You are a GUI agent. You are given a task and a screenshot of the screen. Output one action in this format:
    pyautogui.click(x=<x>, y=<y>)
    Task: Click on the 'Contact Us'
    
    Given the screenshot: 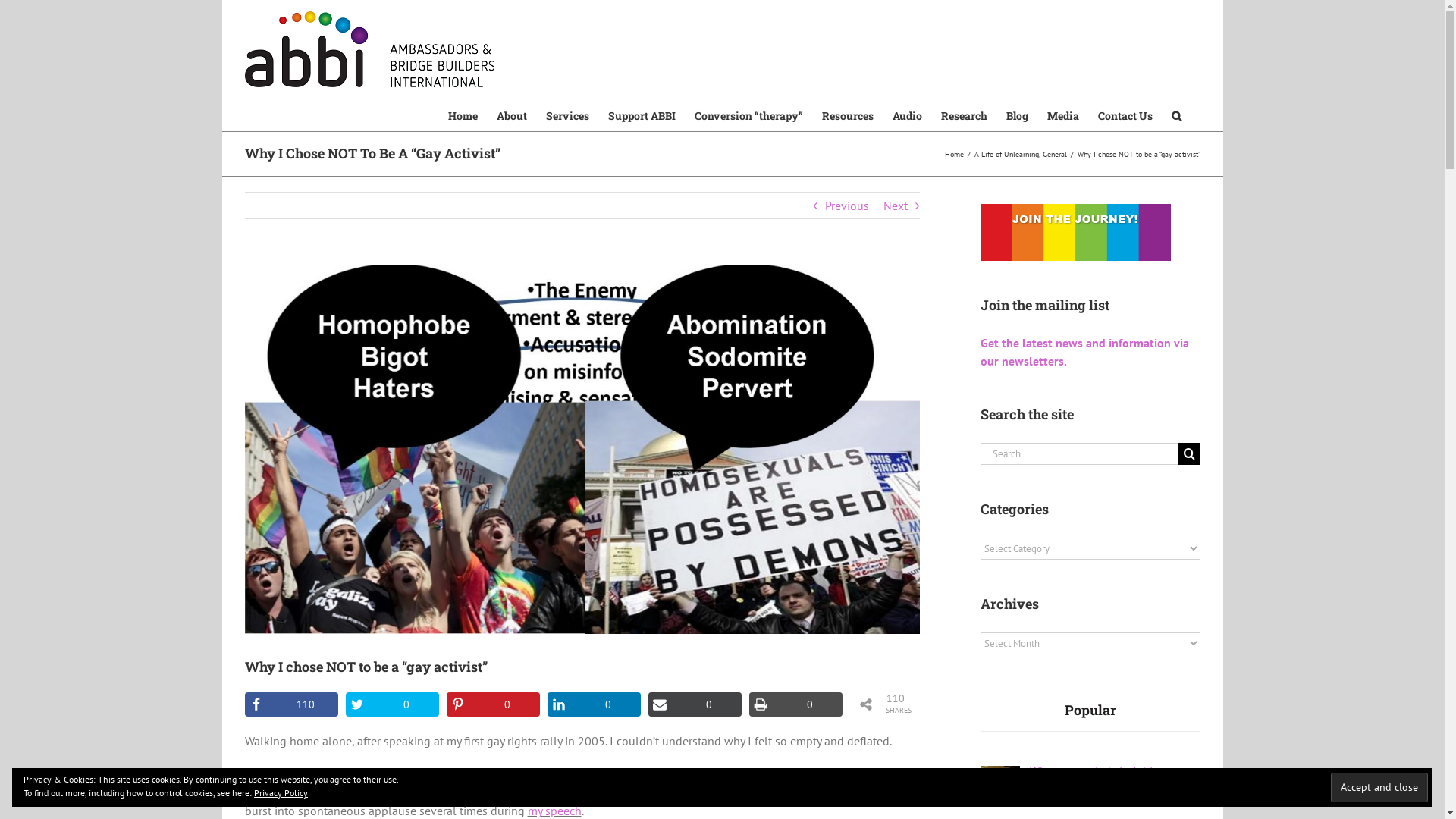 What is the action you would take?
    pyautogui.click(x=1125, y=114)
    